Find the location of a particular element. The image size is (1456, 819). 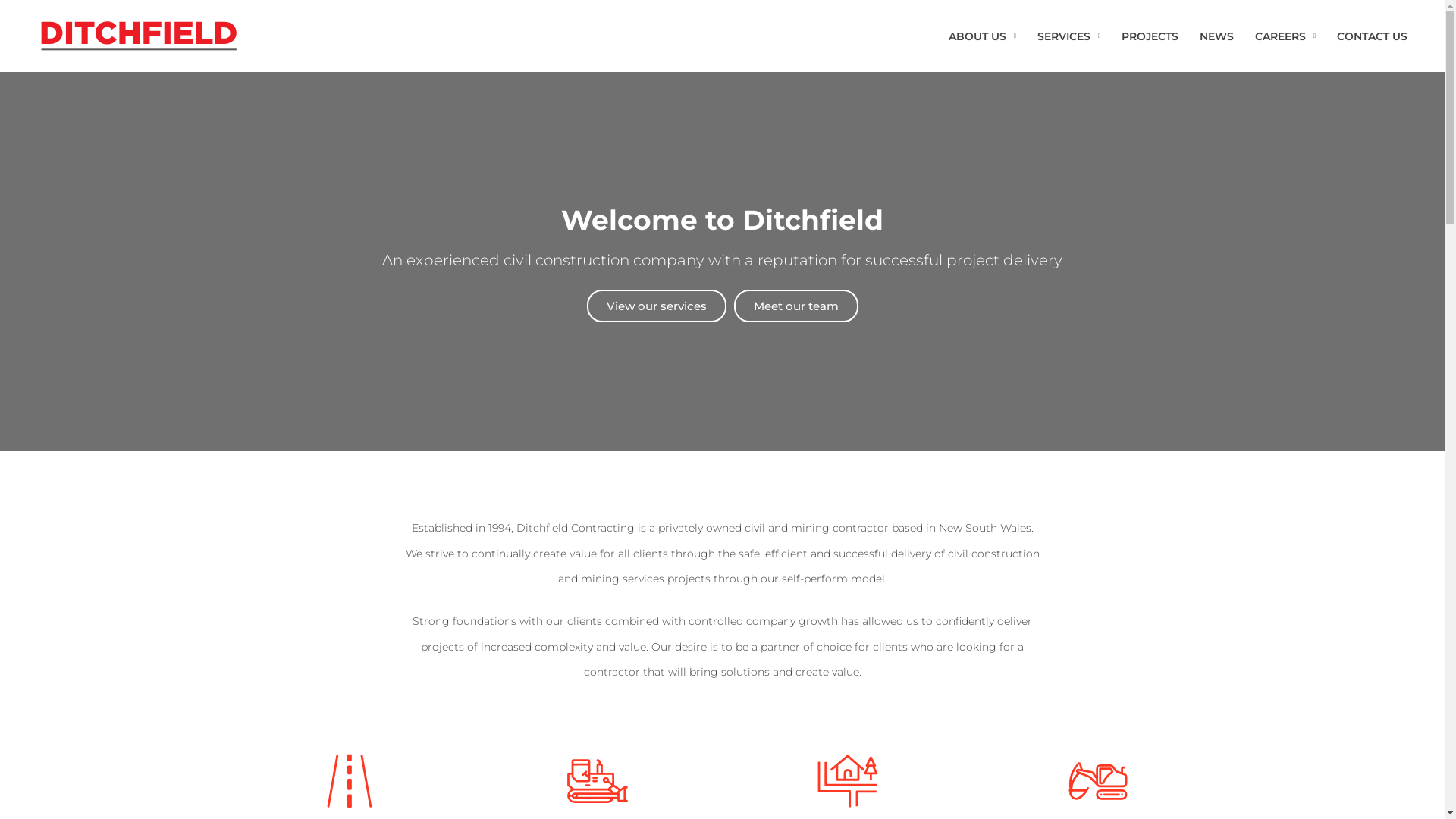

'SERVICES' is located at coordinates (1068, 35).